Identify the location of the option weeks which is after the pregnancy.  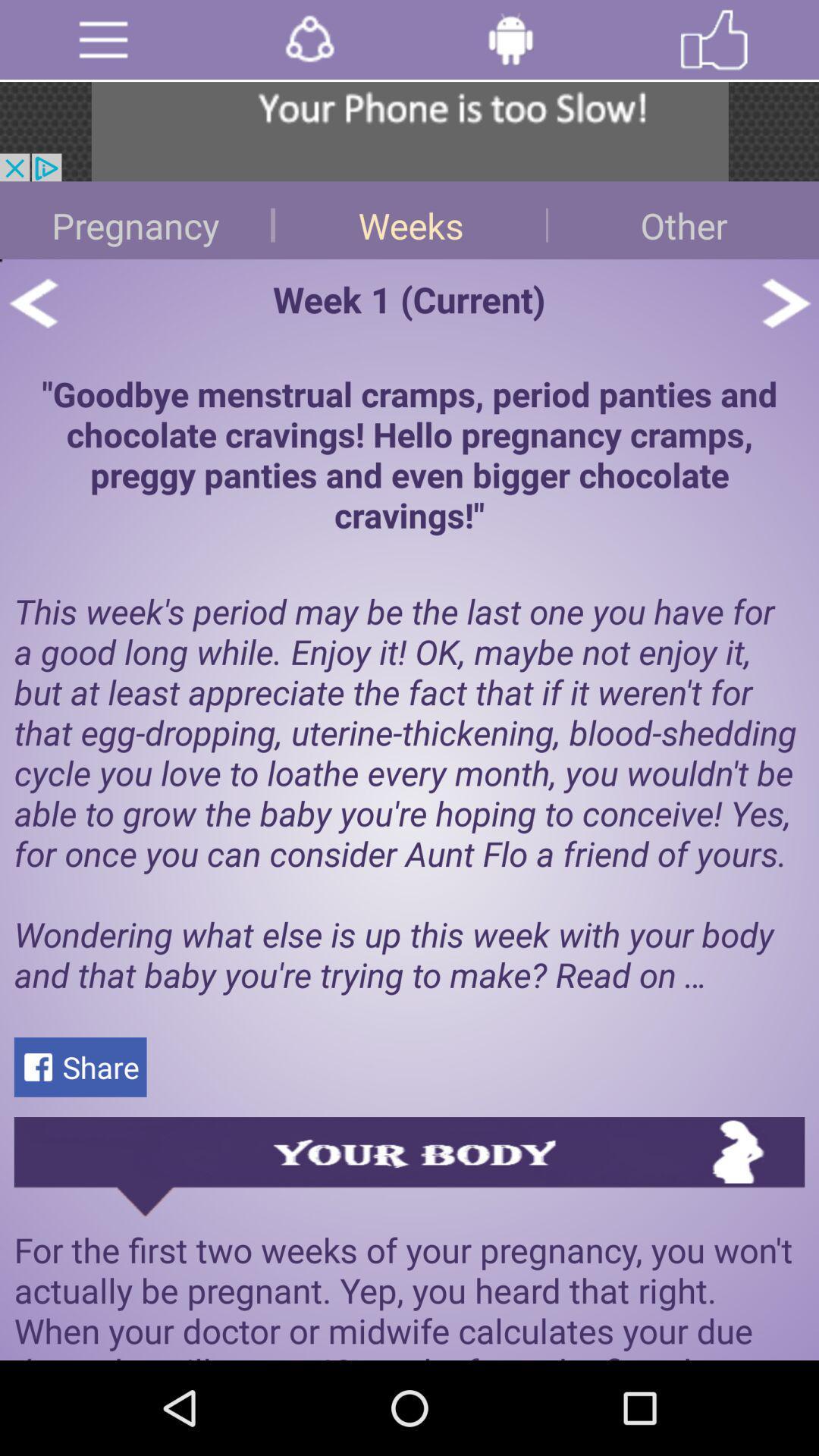
(409, 219).